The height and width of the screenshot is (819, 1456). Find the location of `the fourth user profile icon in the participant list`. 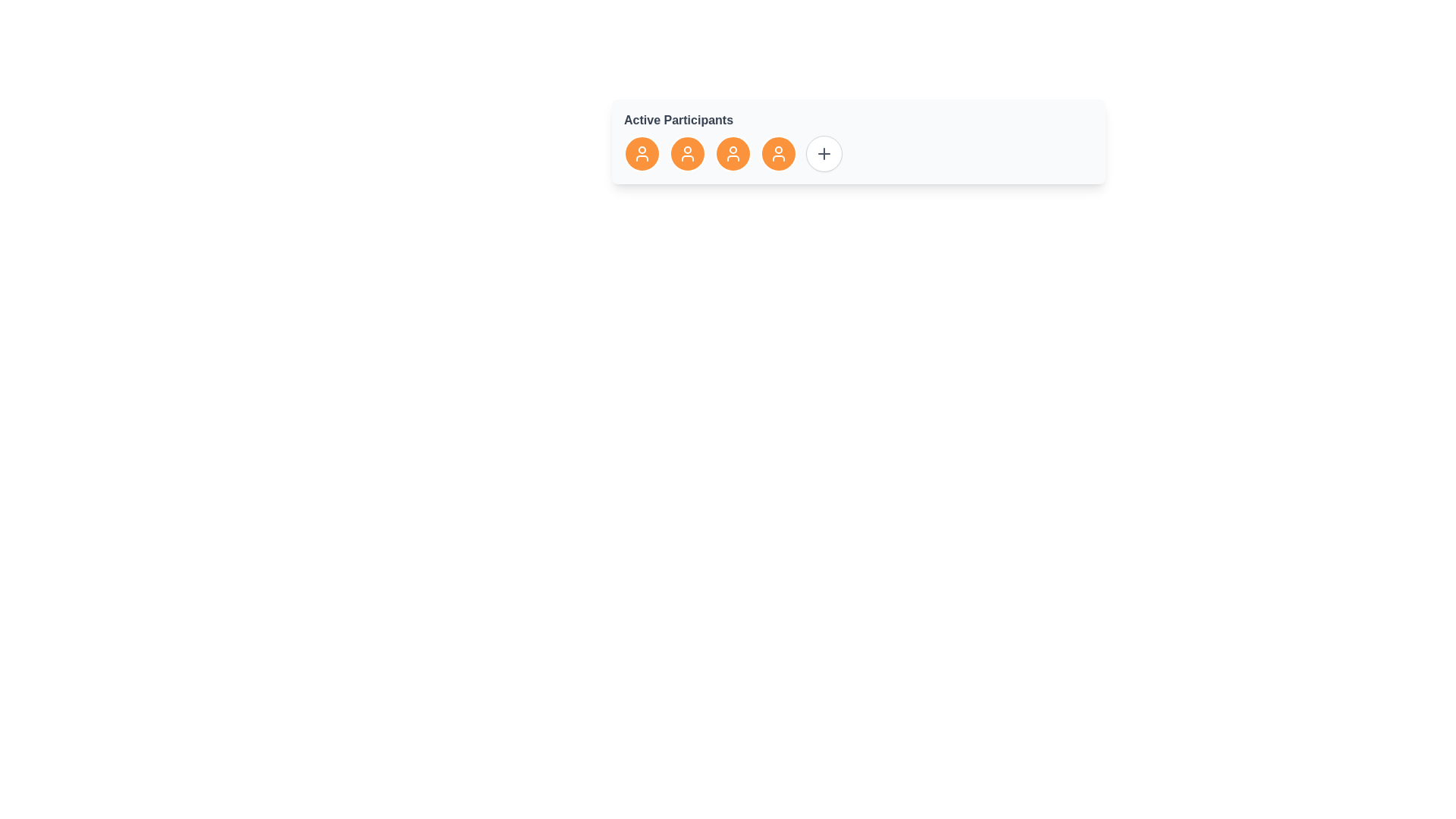

the fourth user profile icon in the participant list is located at coordinates (733, 154).